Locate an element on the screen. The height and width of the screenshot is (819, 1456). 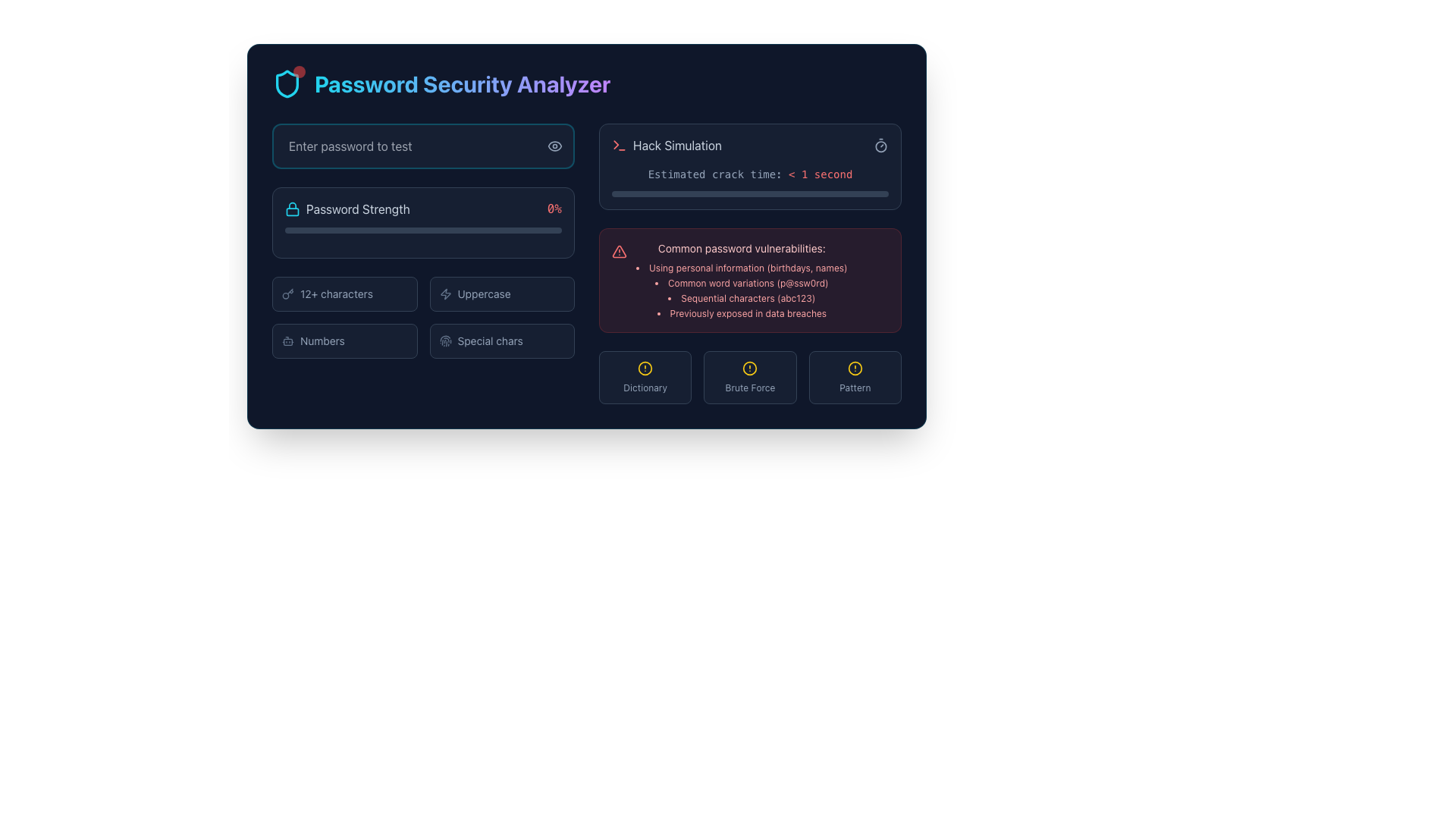
the label with icon indicating the need for passwords to exceed 12 characters, which is located in the top-left section of the password requirements box is located at coordinates (344, 294).